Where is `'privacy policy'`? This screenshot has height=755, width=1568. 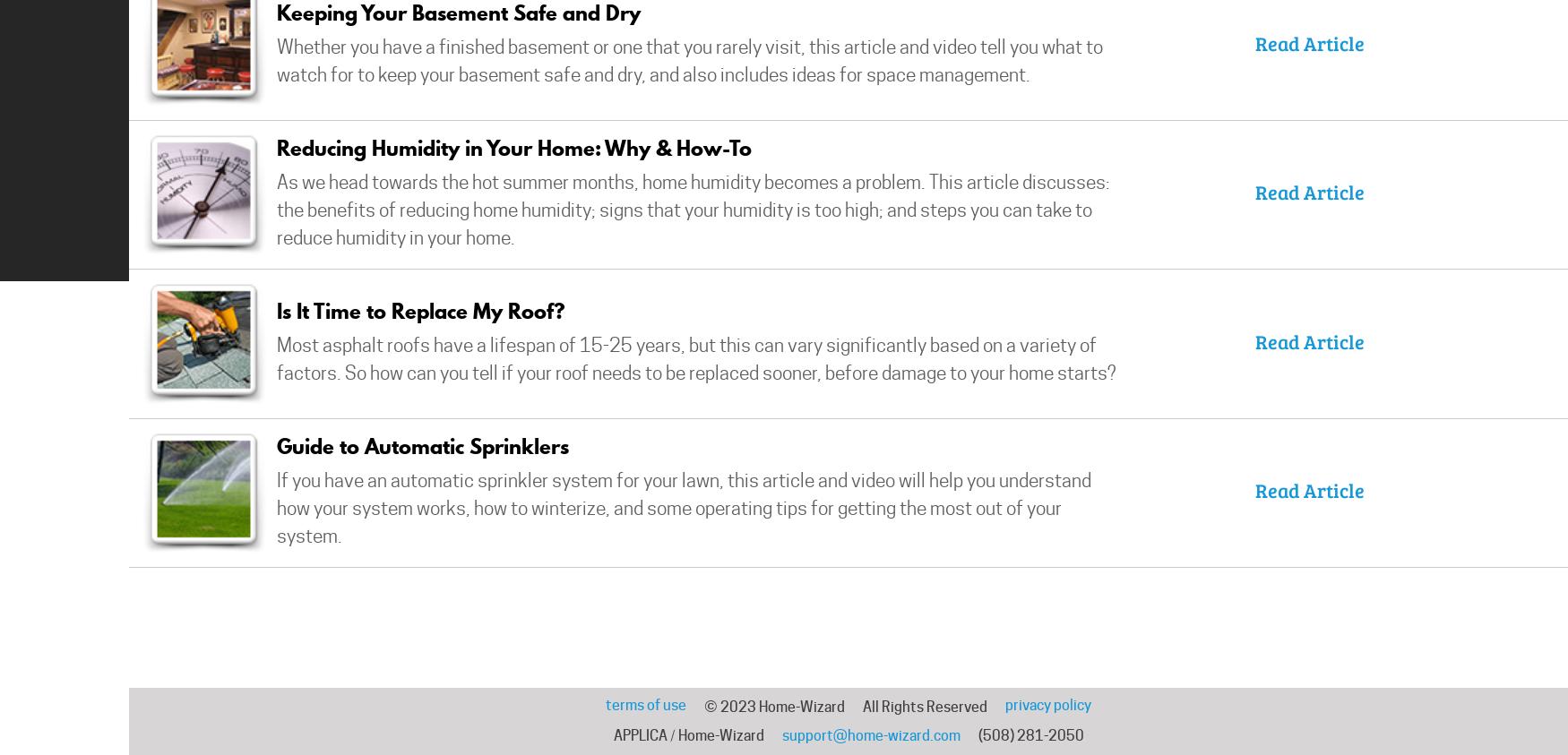
'privacy policy' is located at coordinates (1004, 705).